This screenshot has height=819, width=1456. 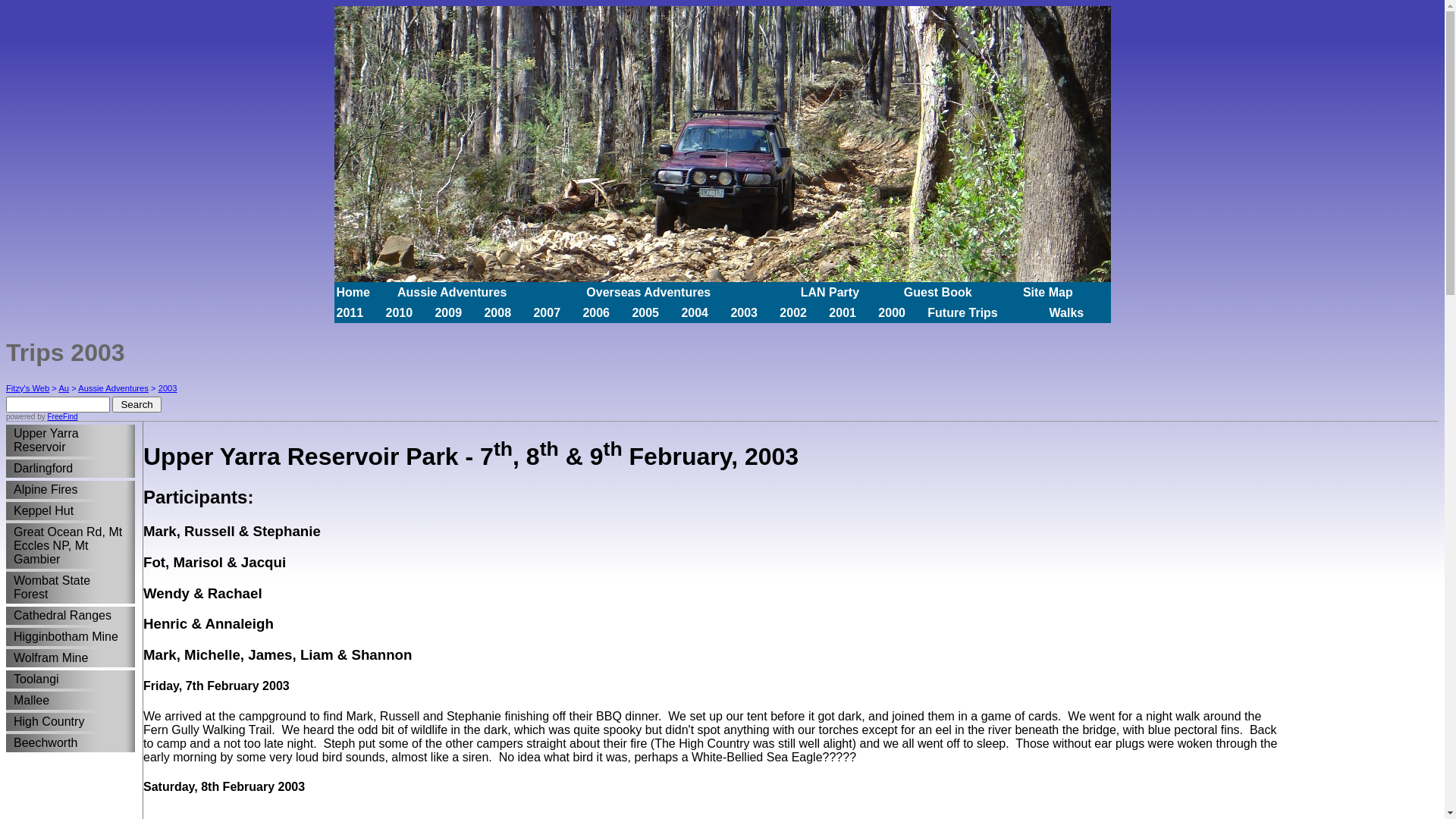 I want to click on 'Toolangi', so click(x=65, y=678).